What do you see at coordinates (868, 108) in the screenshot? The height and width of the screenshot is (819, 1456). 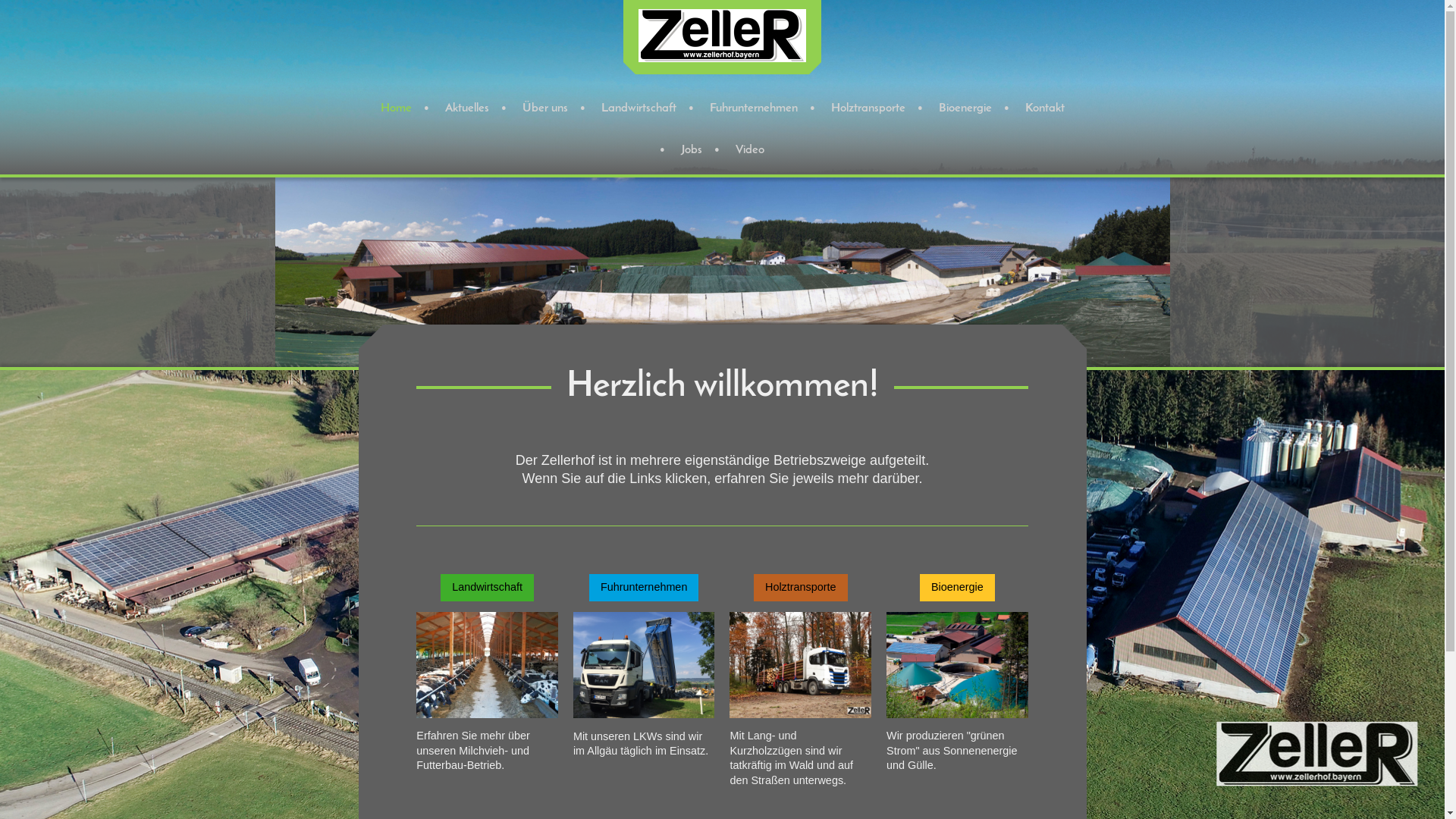 I see `'Holztransporte'` at bounding box center [868, 108].